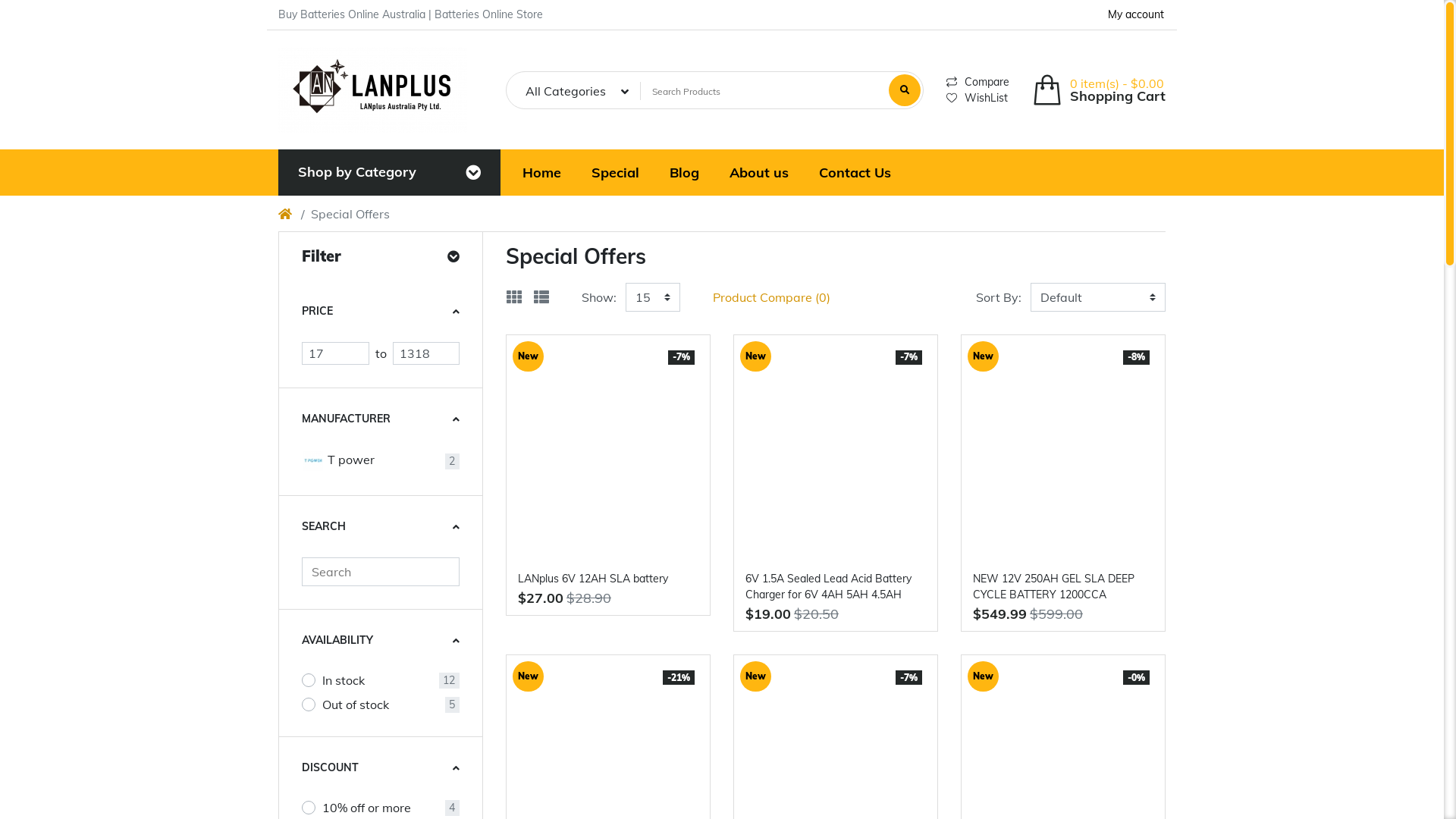 The height and width of the screenshot is (819, 1456). What do you see at coordinates (950, 97) in the screenshot?
I see `'WishList'` at bounding box center [950, 97].